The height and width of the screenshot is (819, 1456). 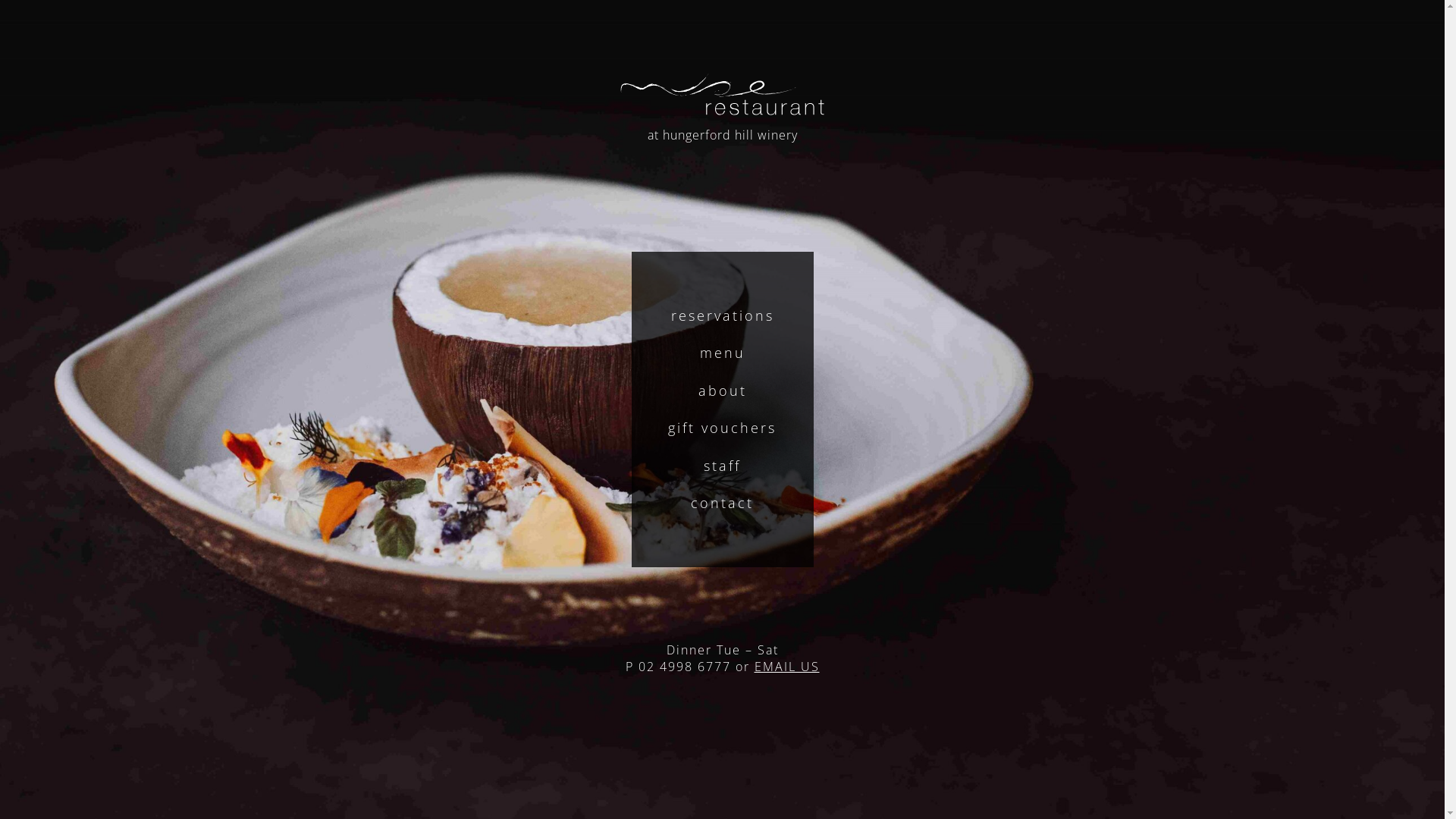 What do you see at coordinates (720, 315) in the screenshot?
I see `'reservations'` at bounding box center [720, 315].